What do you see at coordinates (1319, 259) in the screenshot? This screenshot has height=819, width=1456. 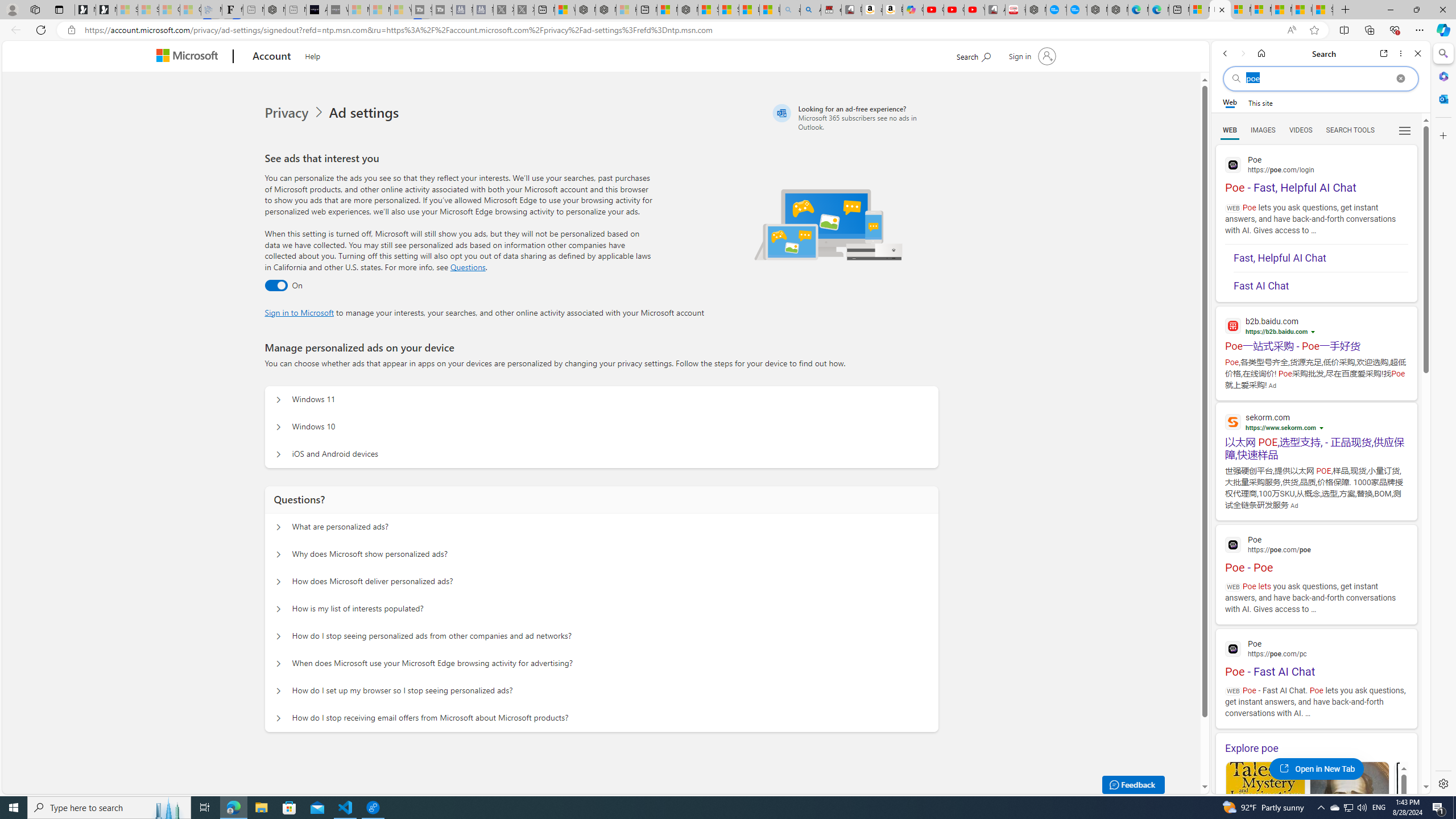 I see `'Fast, Helpful AI Chat'` at bounding box center [1319, 259].